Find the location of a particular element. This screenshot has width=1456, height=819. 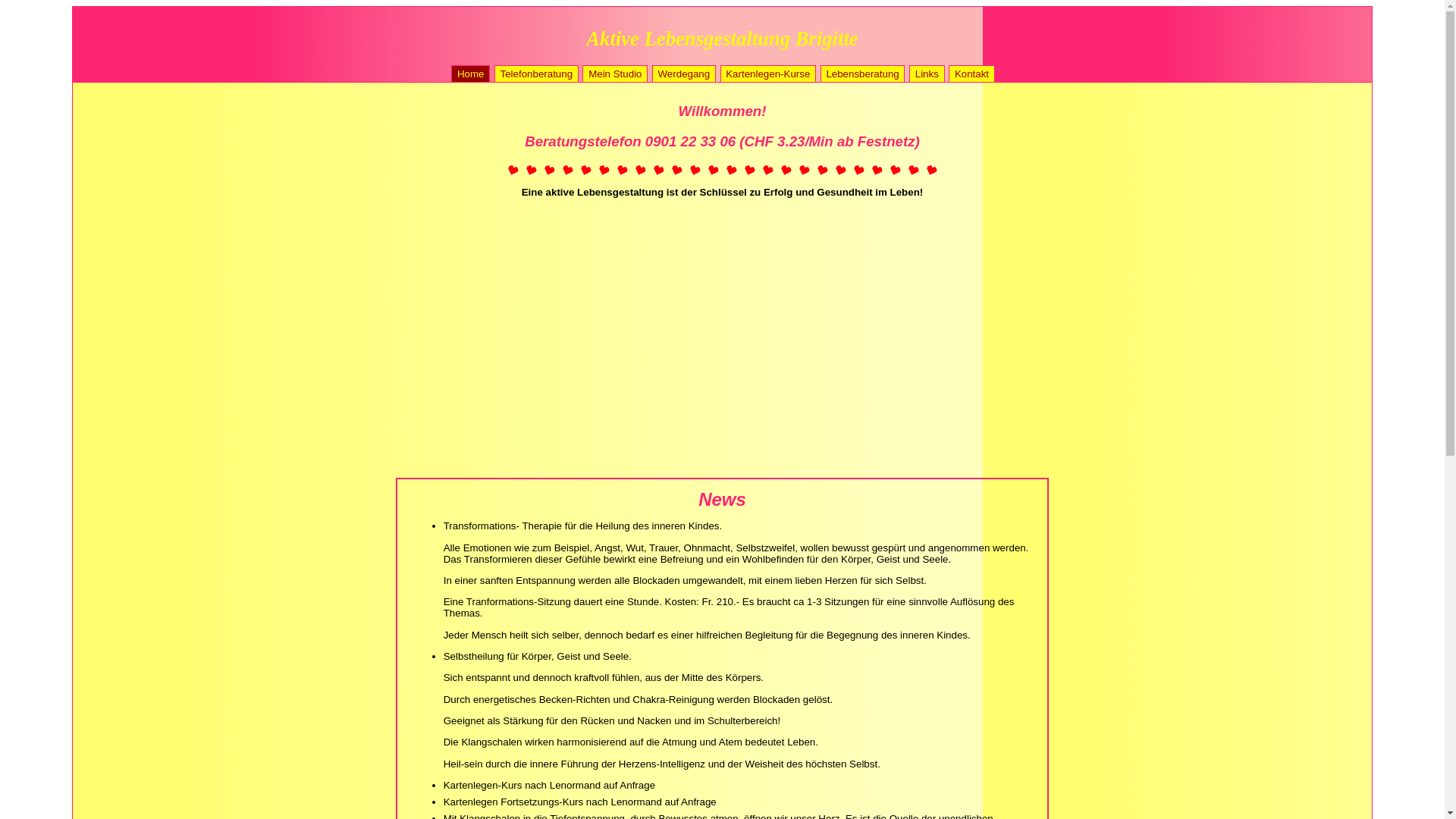

'Mein Studio' is located at coordinates (615, 73).